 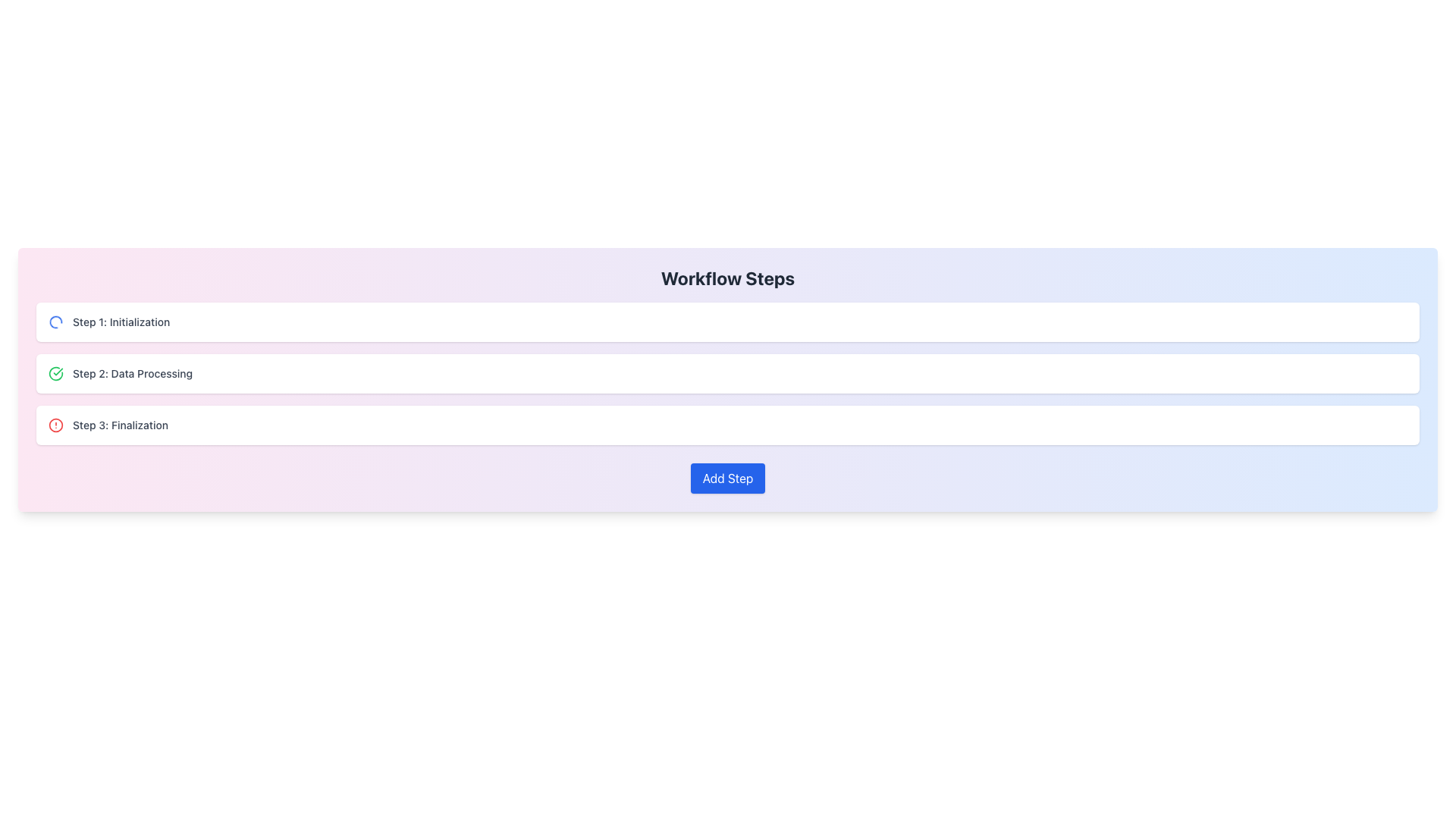 What do you see at coordinates (728, 479) in the screenshot?
I see `the button located beneath 'Step 3: Finalization'` at bounding box center [728, 479].